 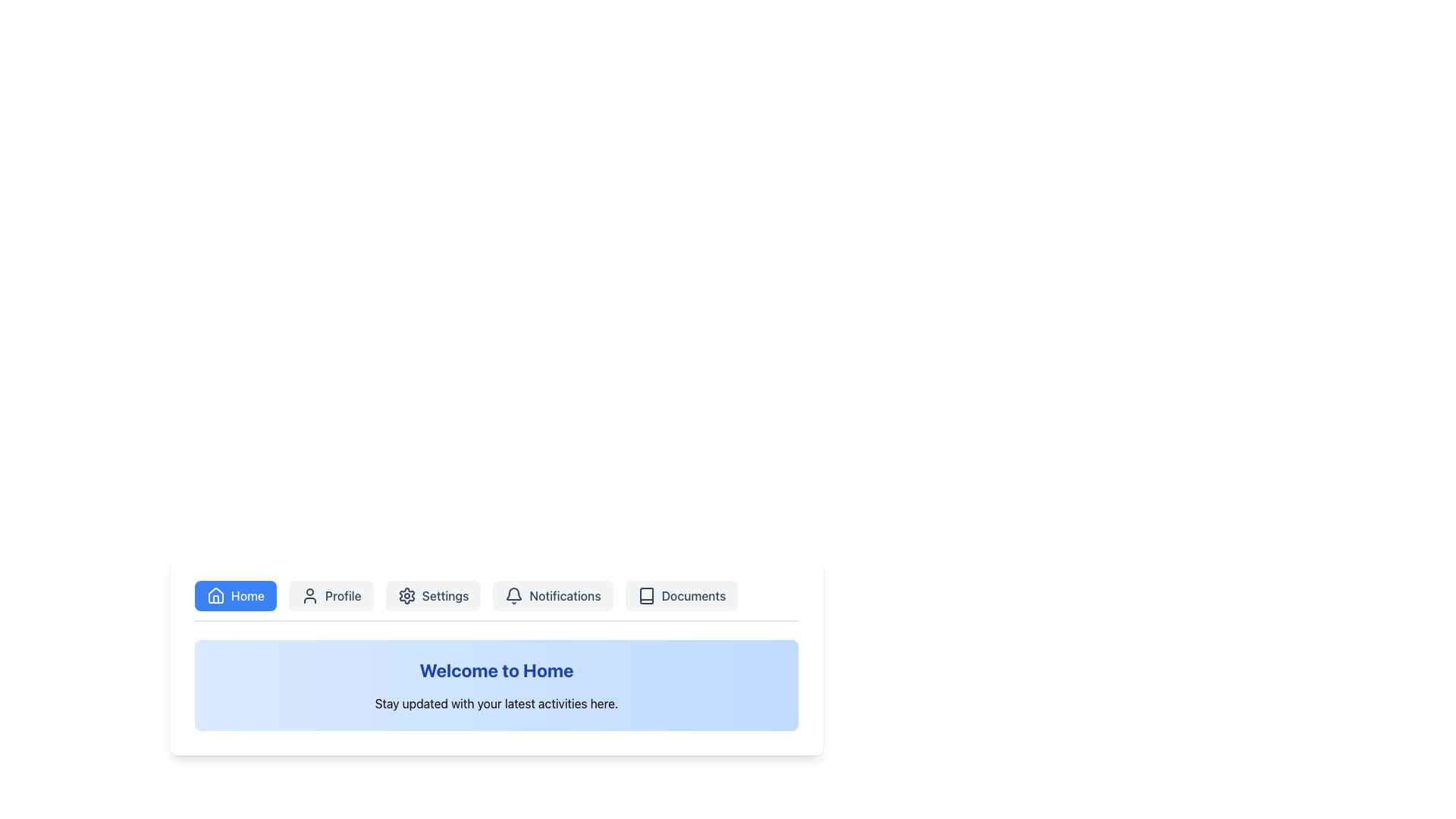 I want to click on the 'Settings' navigation button located in the horizontal navigation bar, so click(x=432, y=595).